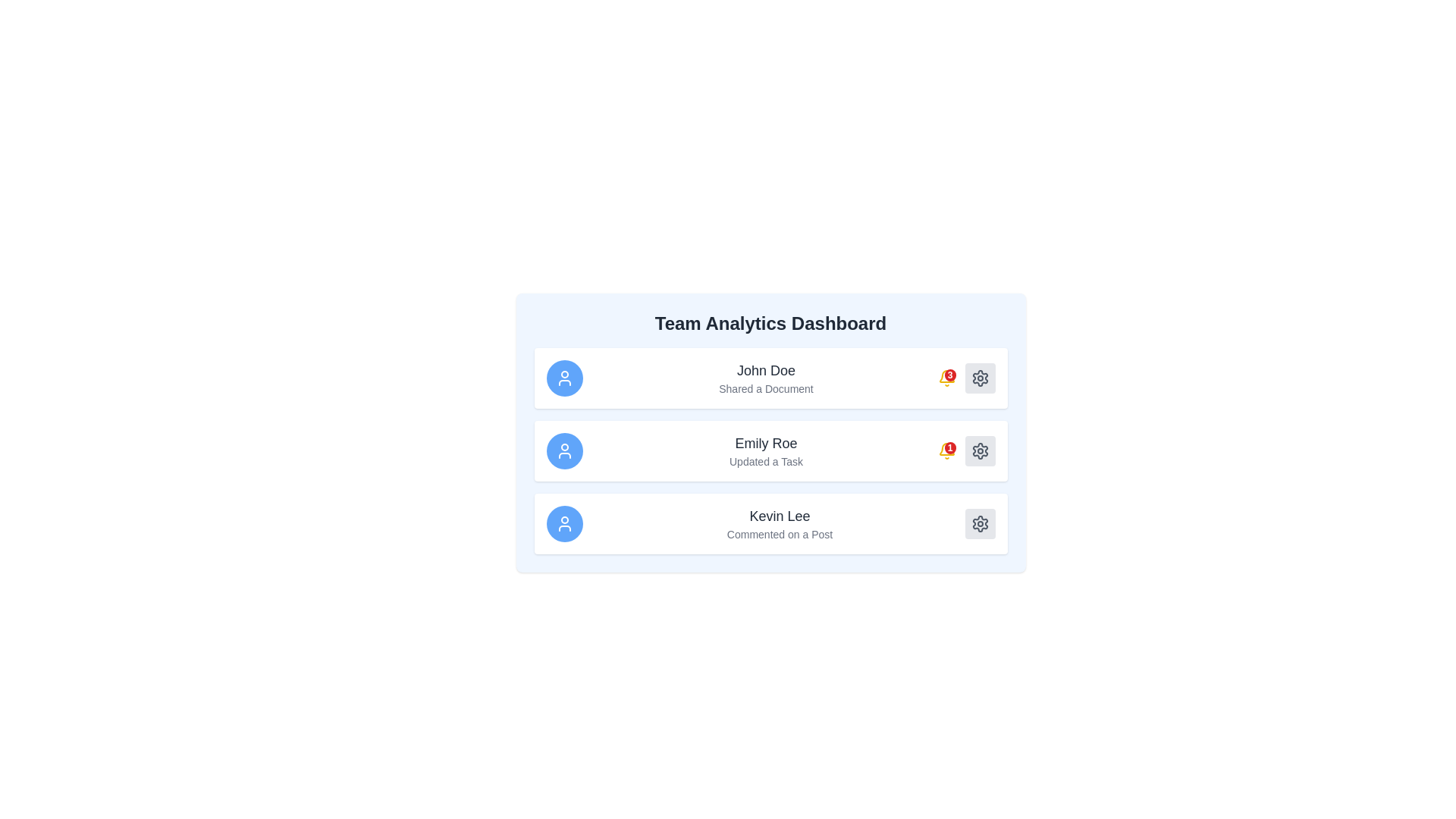  I want to click on information displayed on the Notification card, which is the third card in a vertically stacked list and features a user icon on the left and a gear icon on the right, so click(770, 522).